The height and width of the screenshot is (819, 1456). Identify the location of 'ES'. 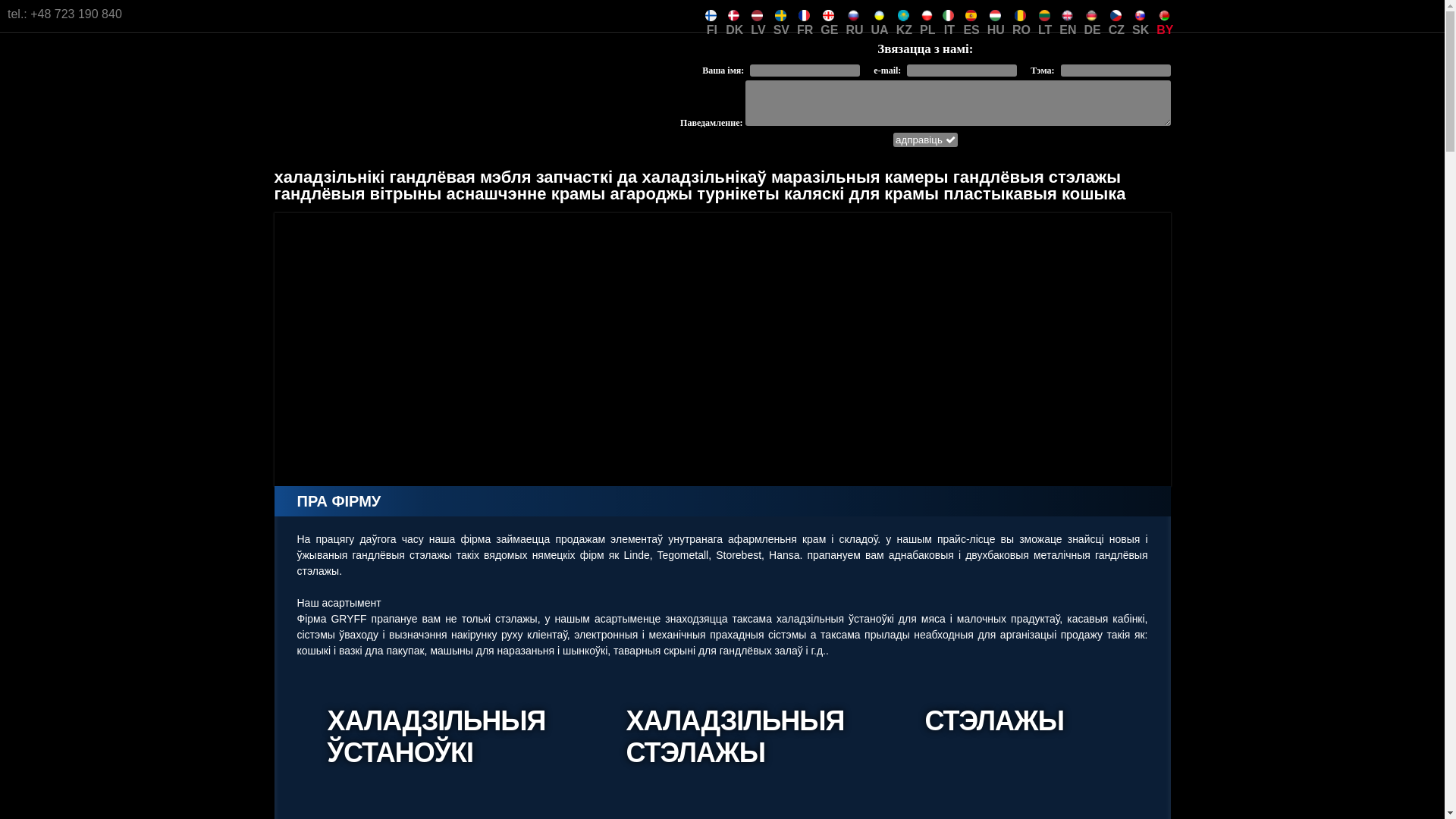
(971, 14).